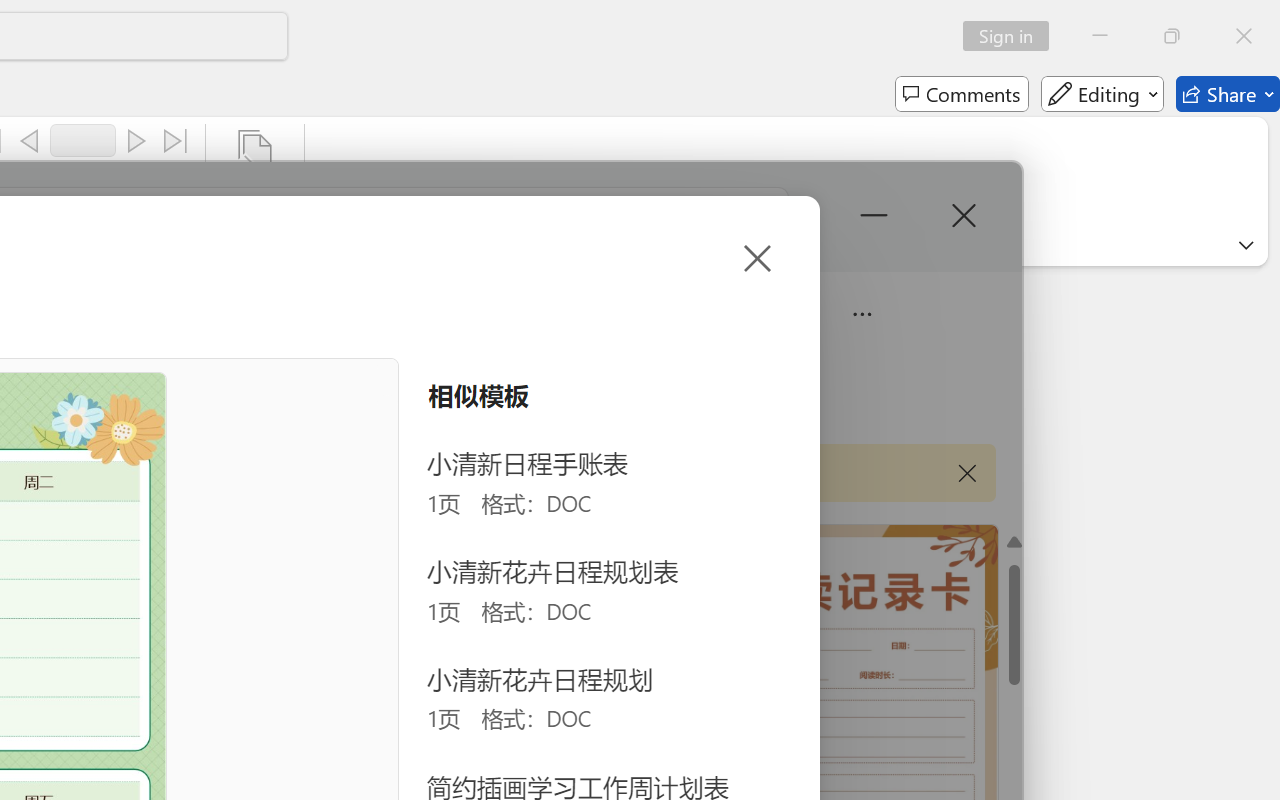 This screenshot has width=1280, height=800. I want to click on 'Last', so click(176, 141).